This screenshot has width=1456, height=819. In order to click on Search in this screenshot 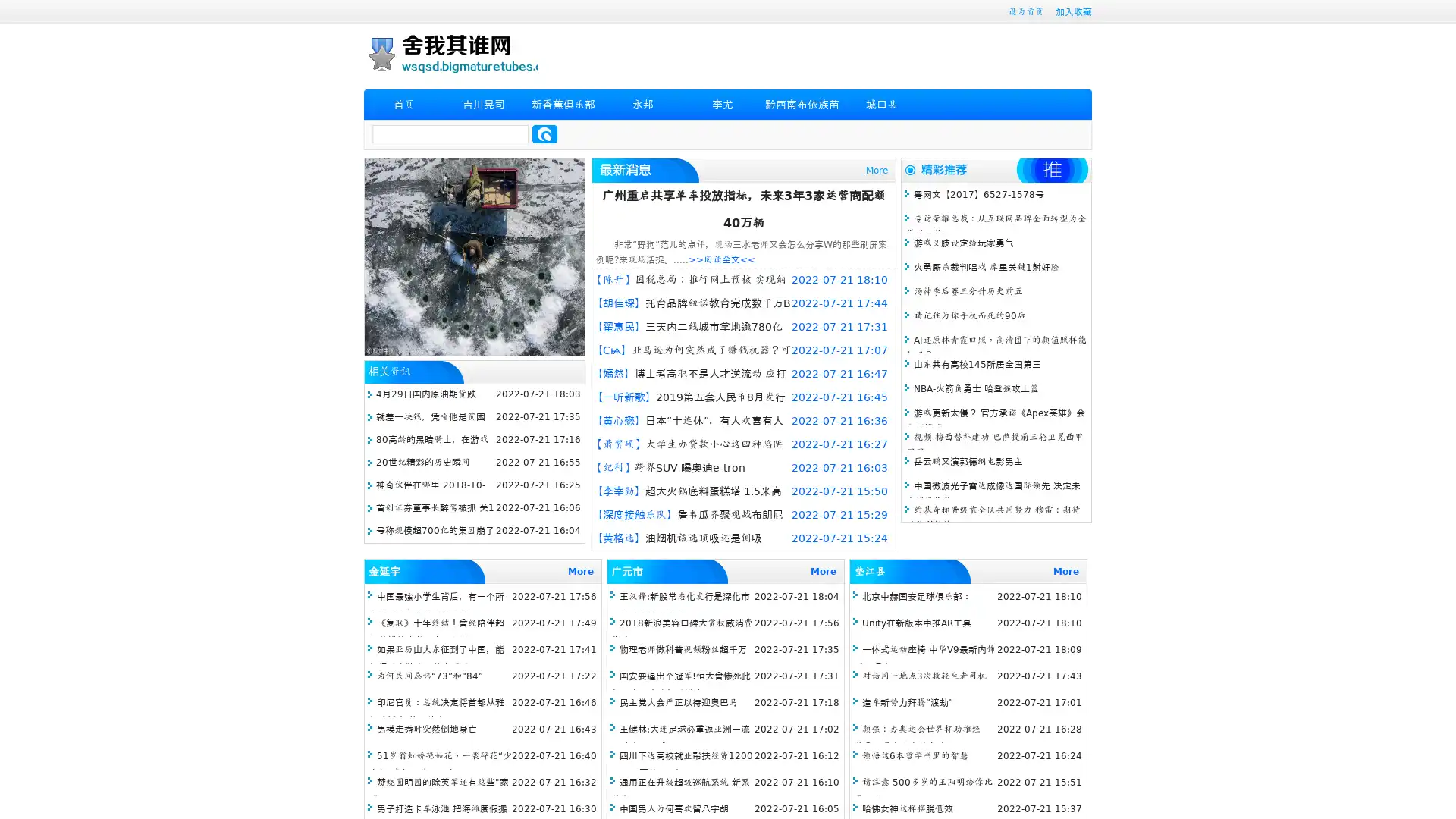, I will do `click(544, 133)`.